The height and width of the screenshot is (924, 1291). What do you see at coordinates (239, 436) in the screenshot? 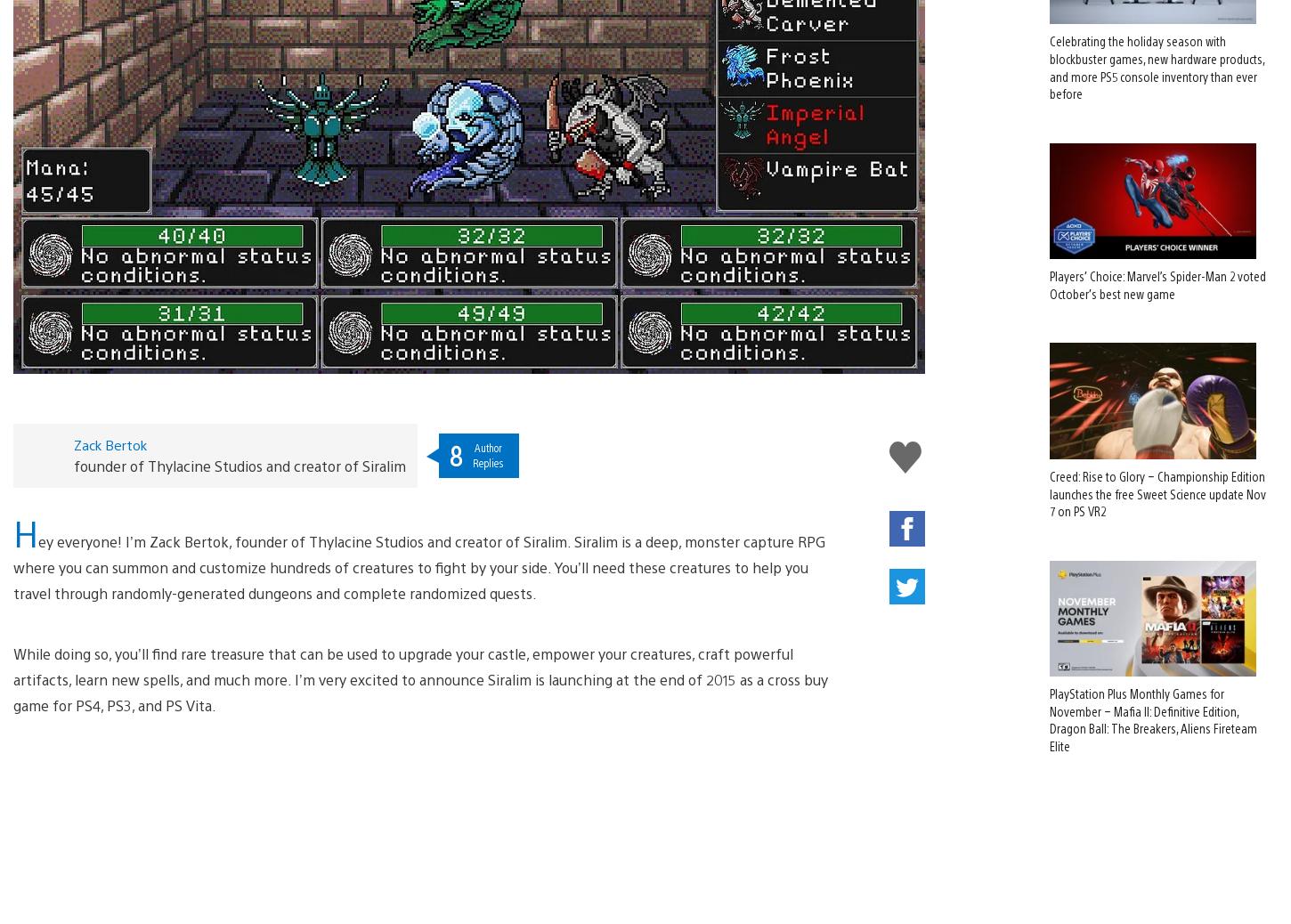
I see `'founder of Thylacine Studios and creator of Siralim'` at bounding box center [239, 436].